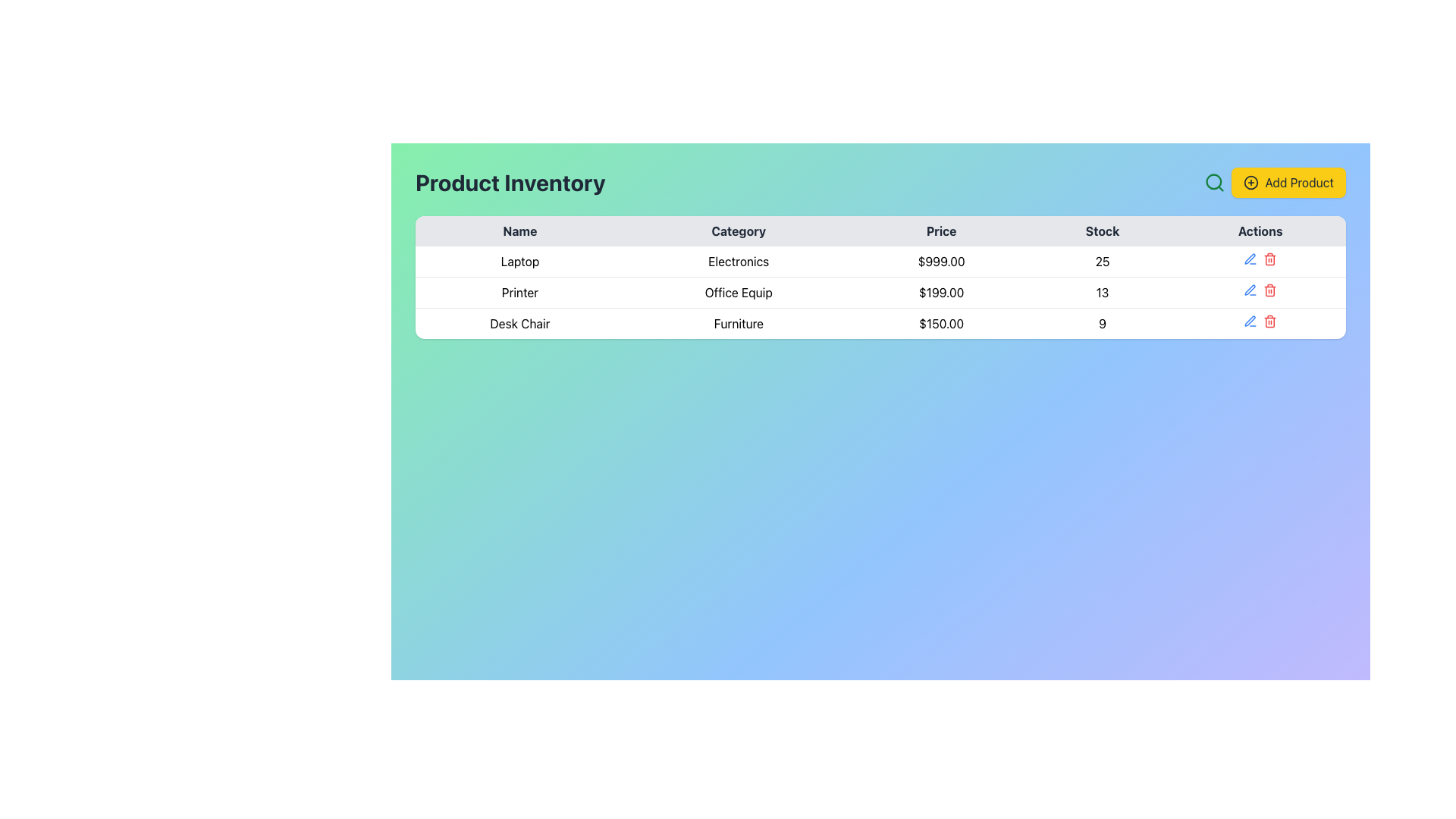  I want to click on the text element displaying the name 'Printer' in the inventory table, located in the second row under the 'Name' column, so click(519, 292).